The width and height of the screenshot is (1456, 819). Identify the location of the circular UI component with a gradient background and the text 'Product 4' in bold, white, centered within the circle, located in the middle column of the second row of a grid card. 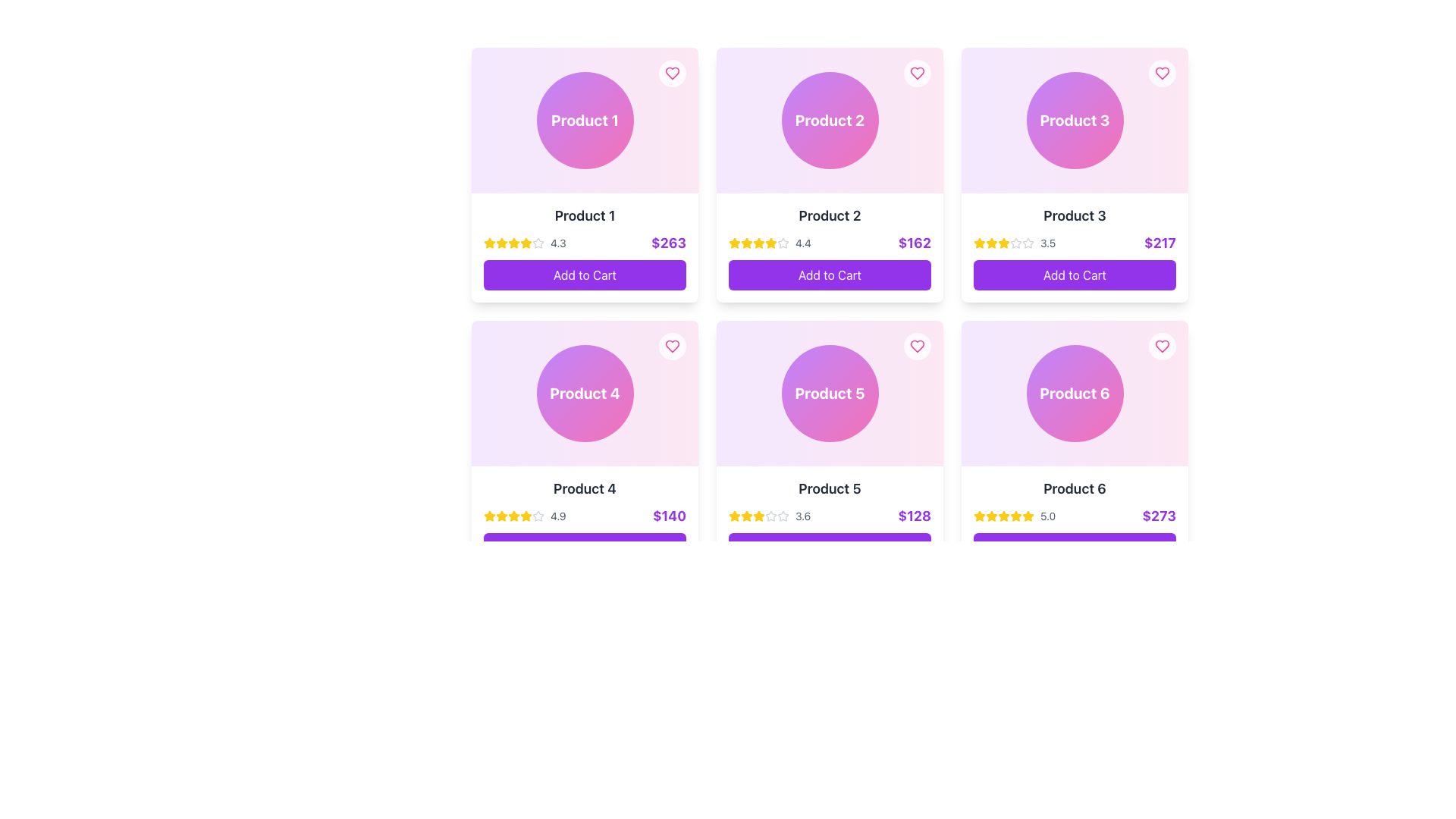
(584, 393).